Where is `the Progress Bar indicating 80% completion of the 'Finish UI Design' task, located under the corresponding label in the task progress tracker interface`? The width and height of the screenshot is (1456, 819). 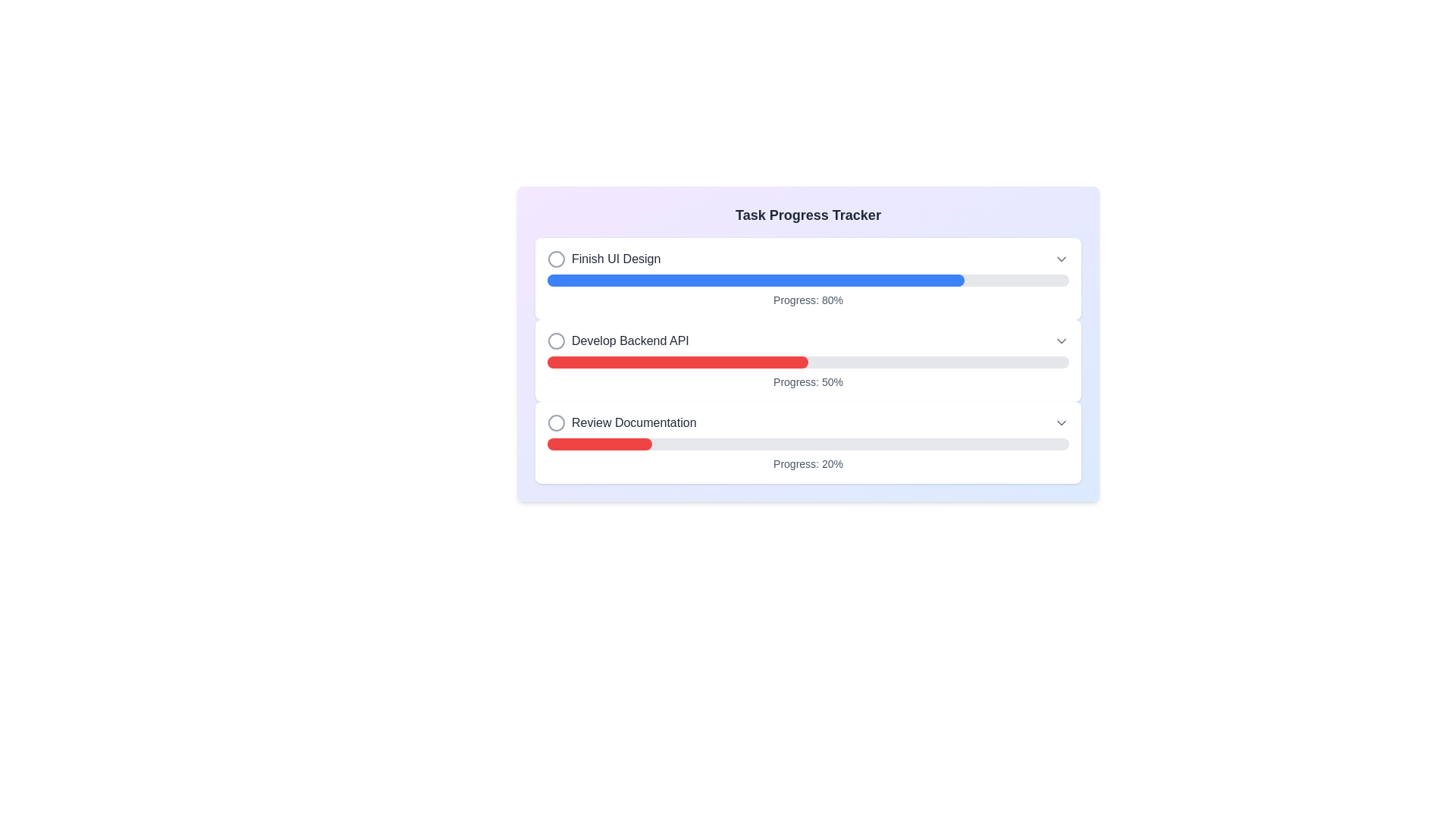
the Progress Bar indicating 80% completion of the 'Finish UI Design' task, located under the corresponding label in the task progress tracker interface is located at coordinates (807, 281).